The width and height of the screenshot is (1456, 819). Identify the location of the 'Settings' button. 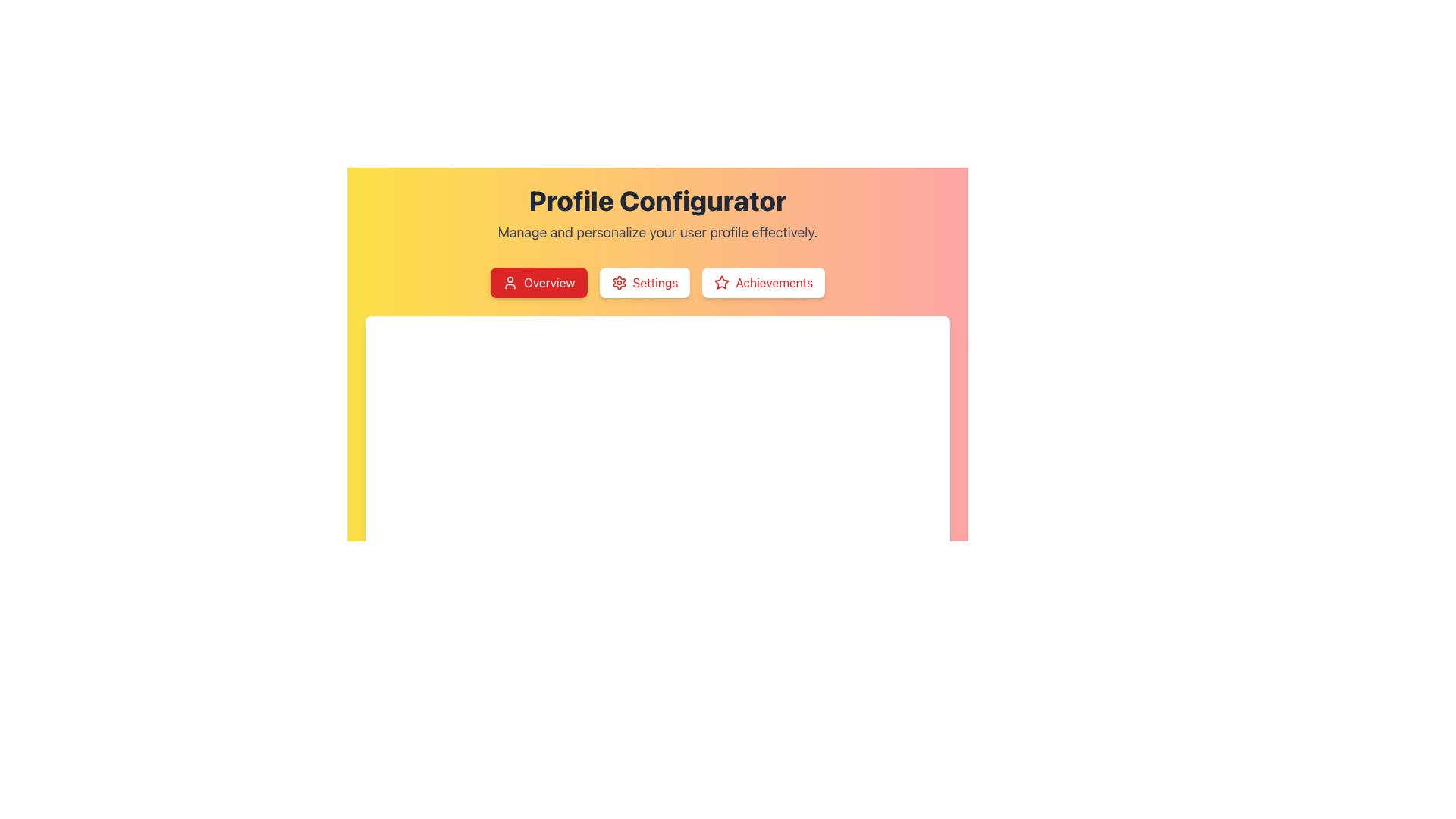
(655, 283).